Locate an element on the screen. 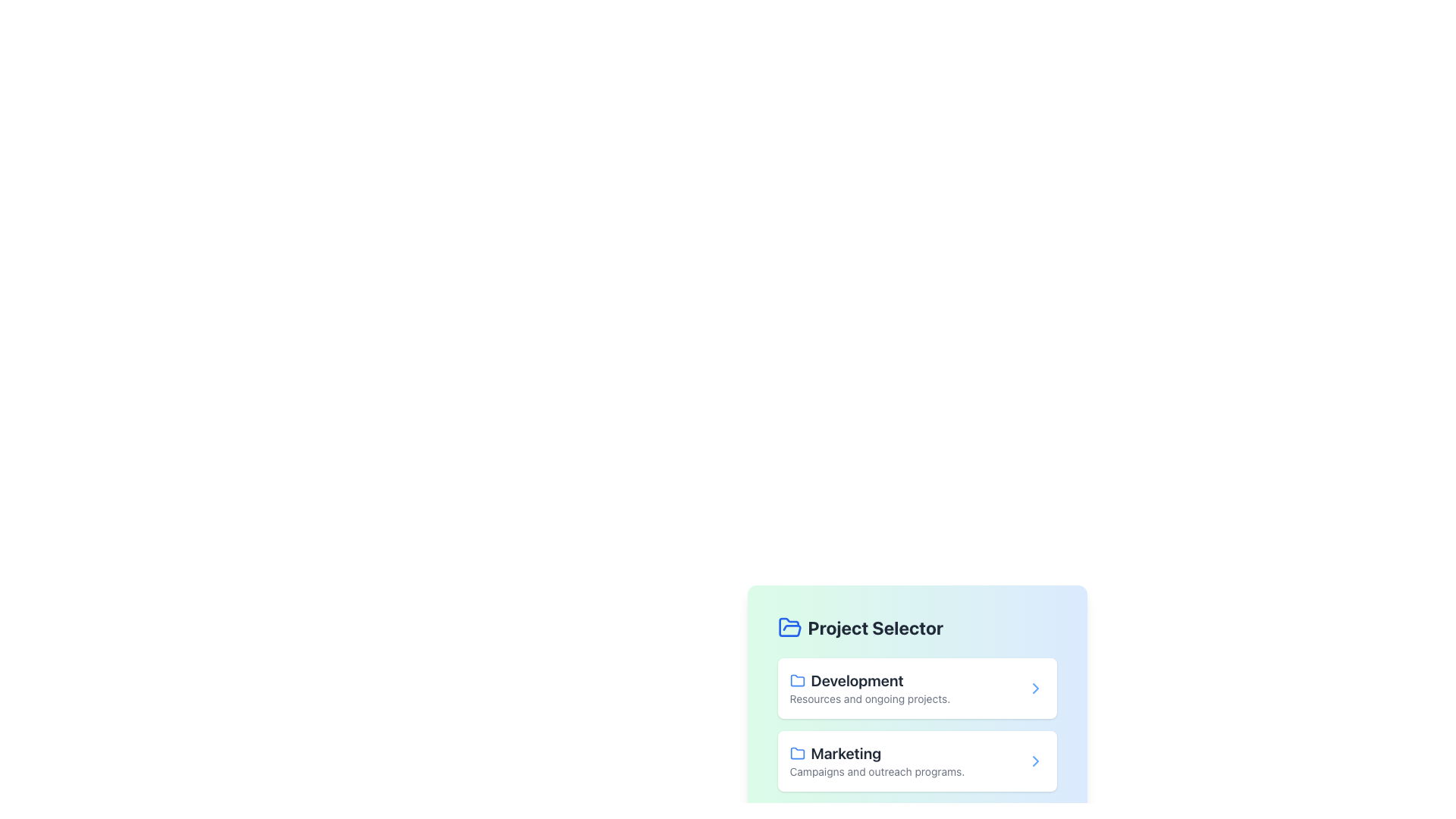  the text label element that contains 'Resources and ongoing projects.' located below the 'Development' section header in a dropdown menu is located at coordinates (870, 698).